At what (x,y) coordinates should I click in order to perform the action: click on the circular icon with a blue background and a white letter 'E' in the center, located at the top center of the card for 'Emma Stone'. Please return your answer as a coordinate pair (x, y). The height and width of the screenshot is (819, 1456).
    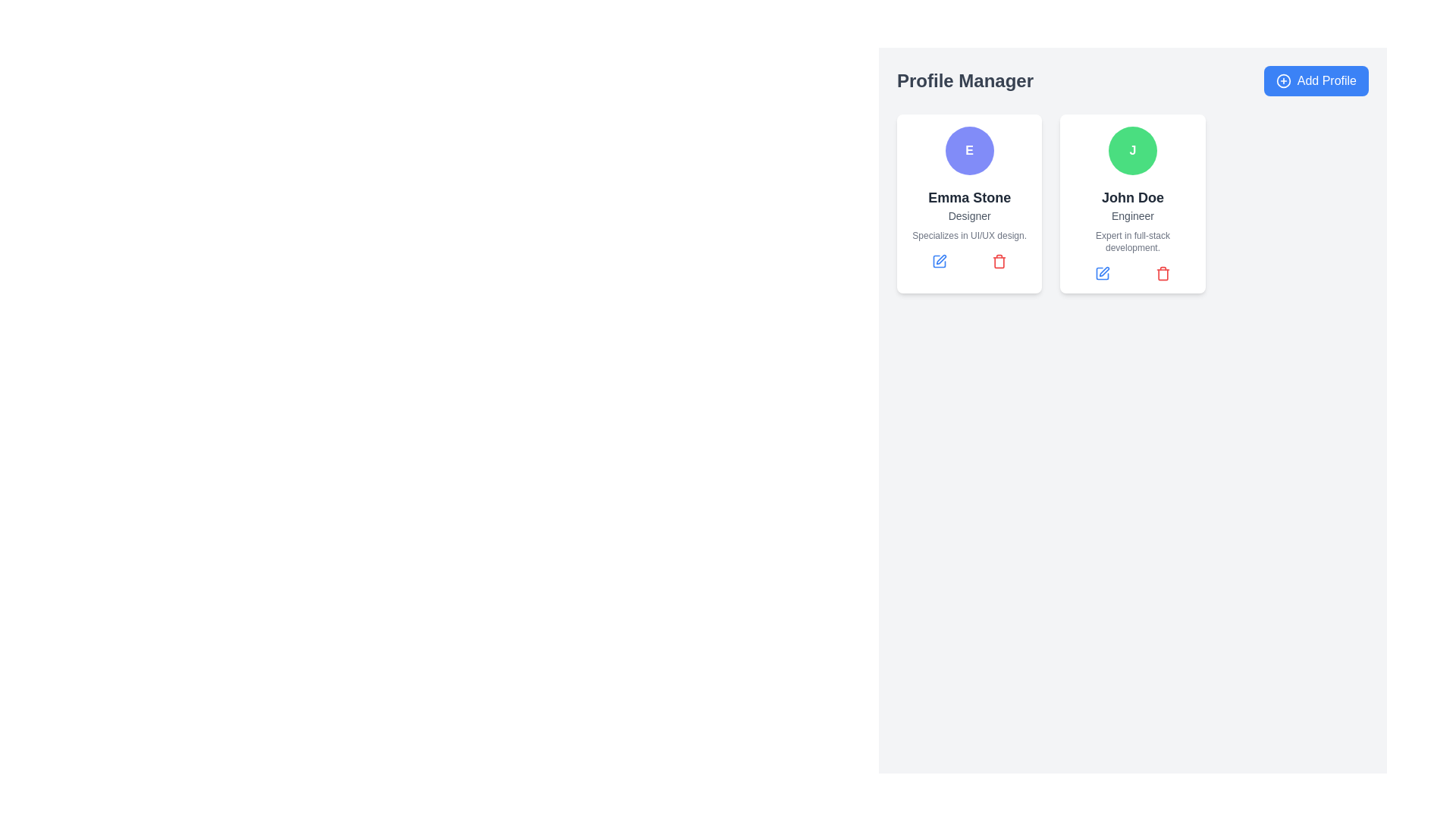
    Looking at the image, I should click on (968, 151).